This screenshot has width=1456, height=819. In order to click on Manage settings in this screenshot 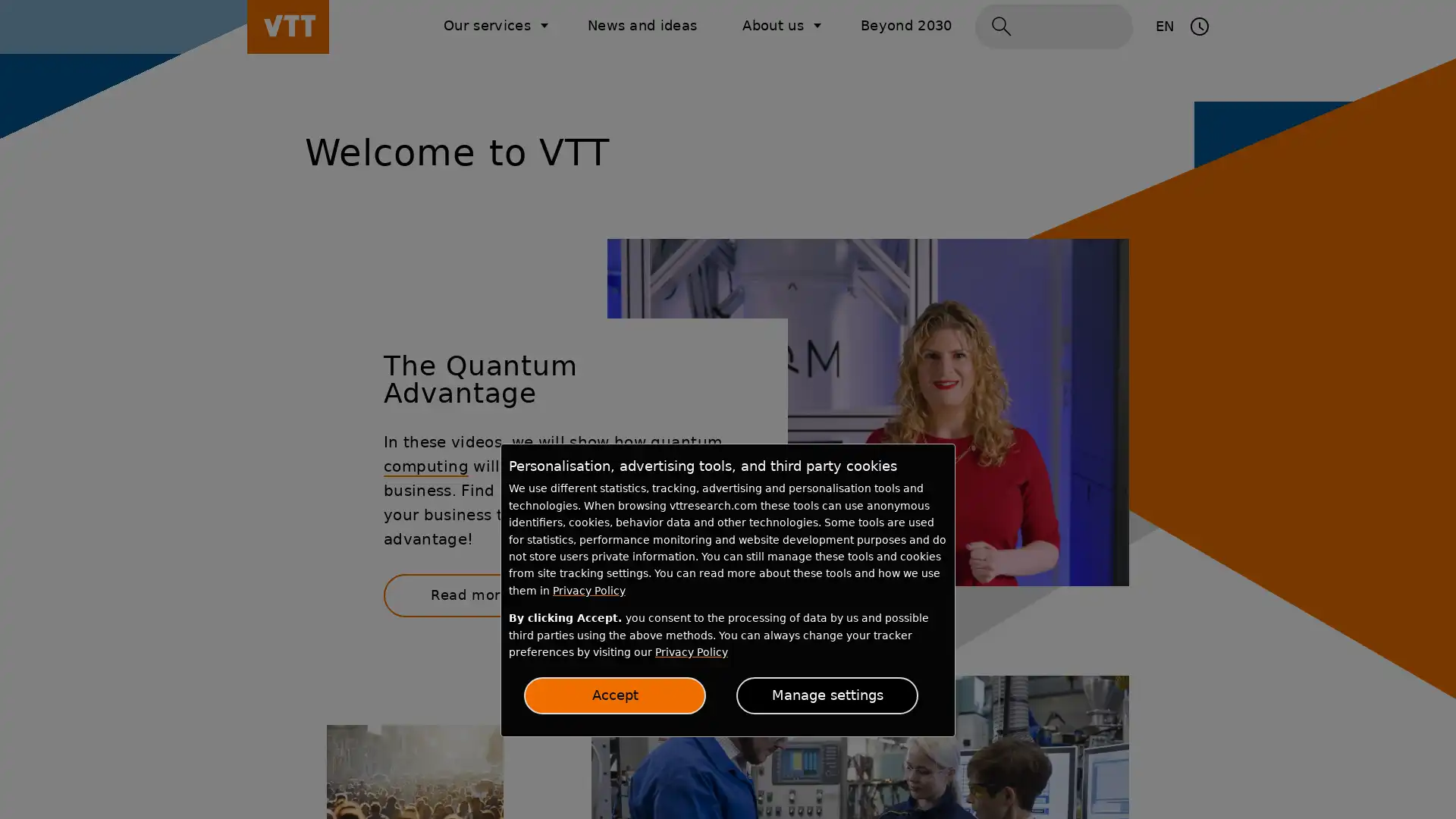, I will do `click(826, 695)`.